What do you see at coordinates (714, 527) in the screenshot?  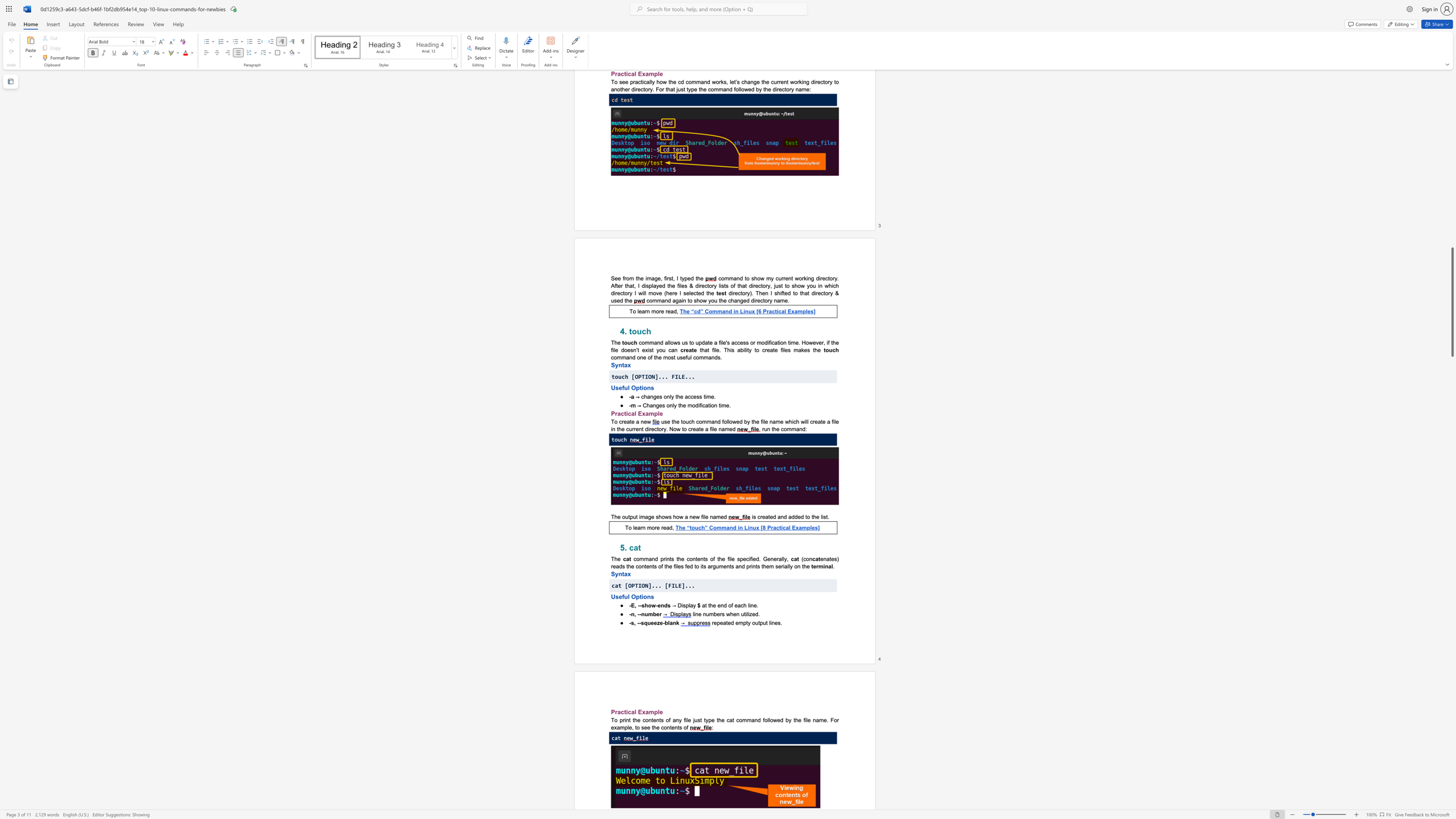 I see `the 2th character "o" in the text` at bounding box center [714, 527].